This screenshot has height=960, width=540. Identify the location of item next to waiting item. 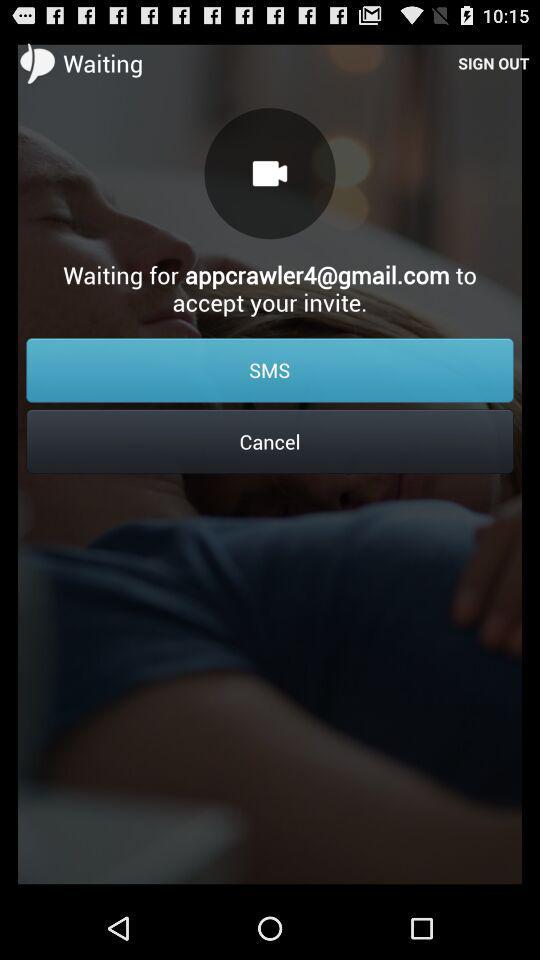
(492, 62).